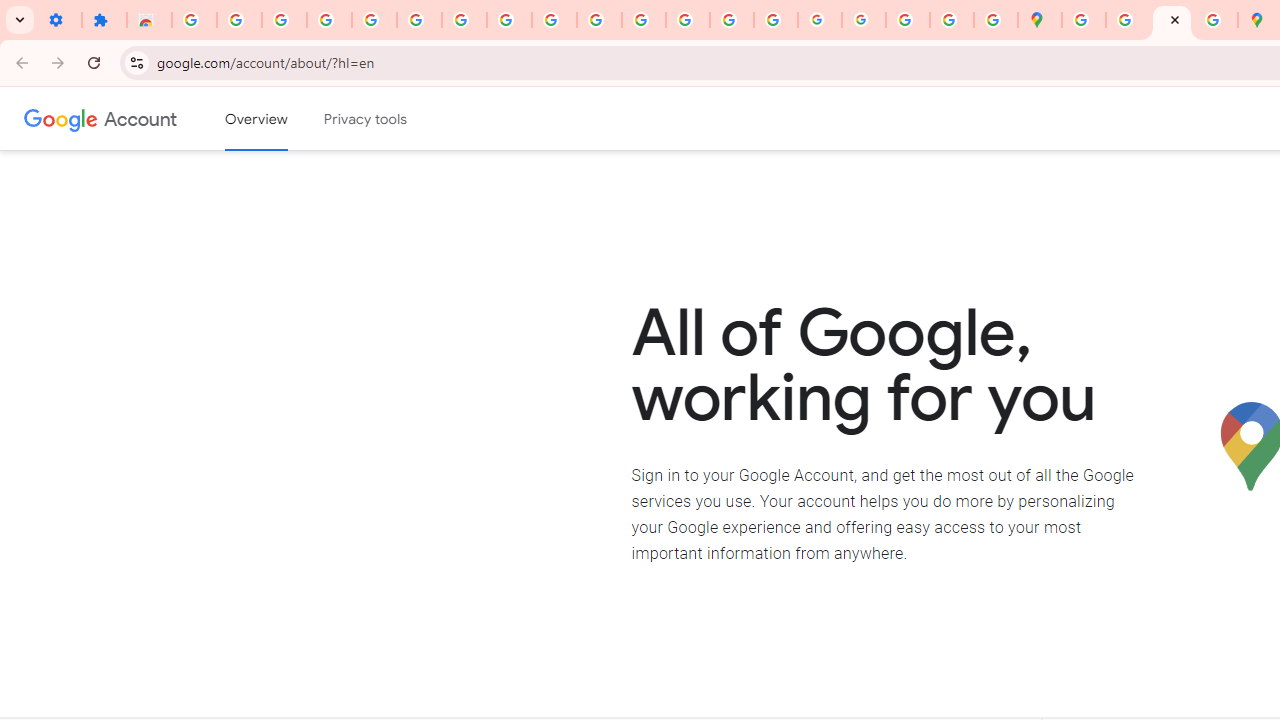 This screenshot has height=720, width=1280. Describe the element at coordinates (59, 20) in the screenshot. I see `'Settings - On startup'` at that location.